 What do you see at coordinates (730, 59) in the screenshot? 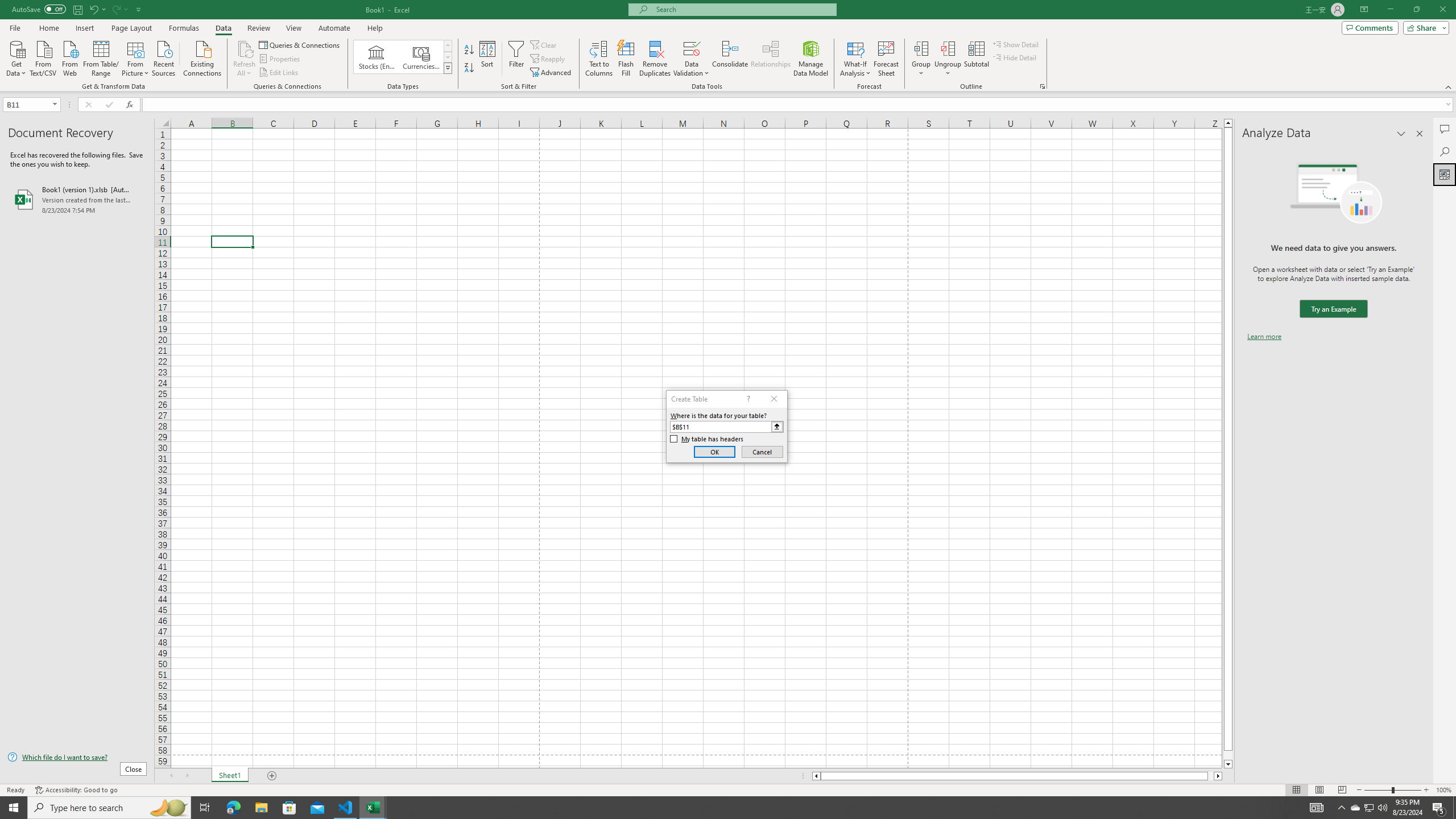
I see `'Consolidate...'` at bounding box center [730, 59].